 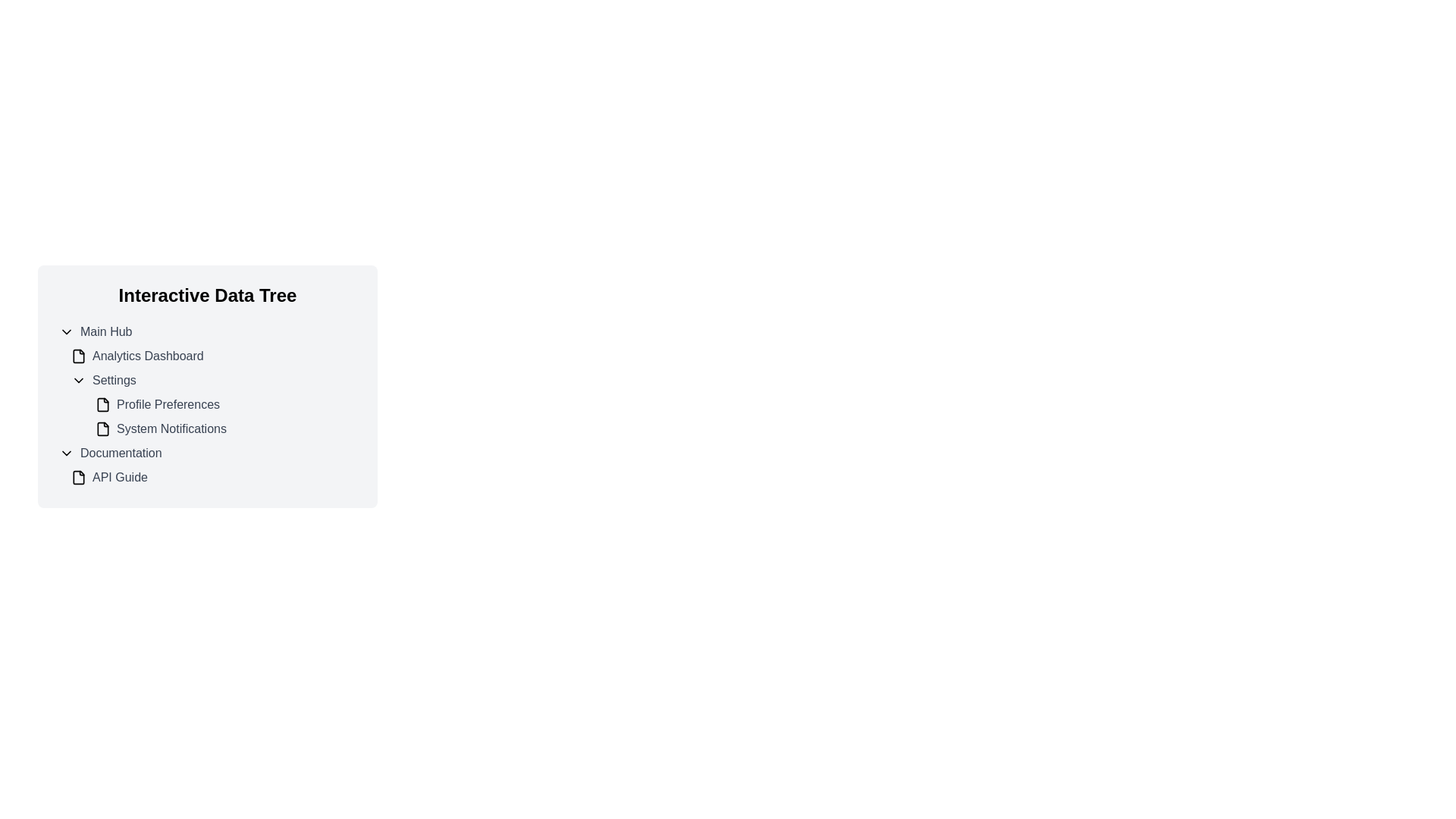 I want to click on the text label 'Analytics Dashboard' which is styled in gray and located in the 'Interactive Data Tree' section as the second item under 'Main Hub', so click(x=148, y=356).